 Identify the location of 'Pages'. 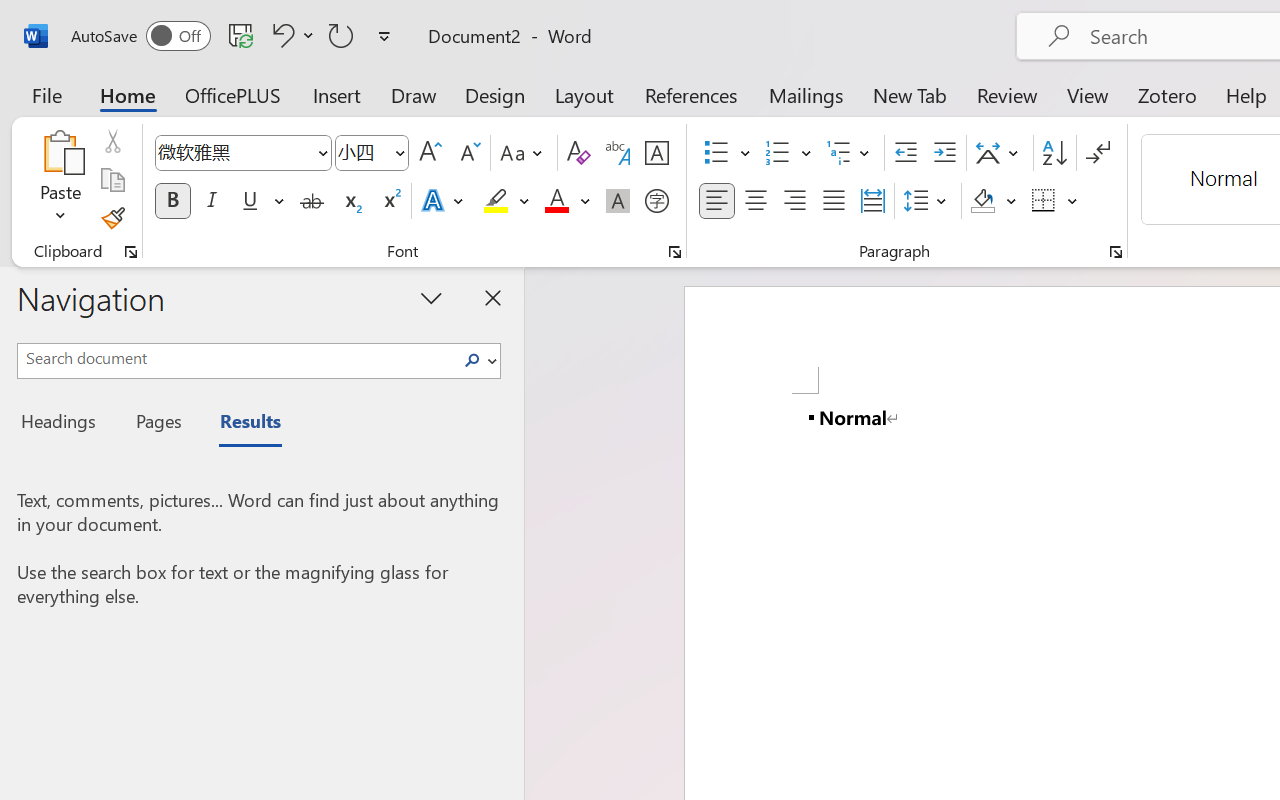
(155, 424).